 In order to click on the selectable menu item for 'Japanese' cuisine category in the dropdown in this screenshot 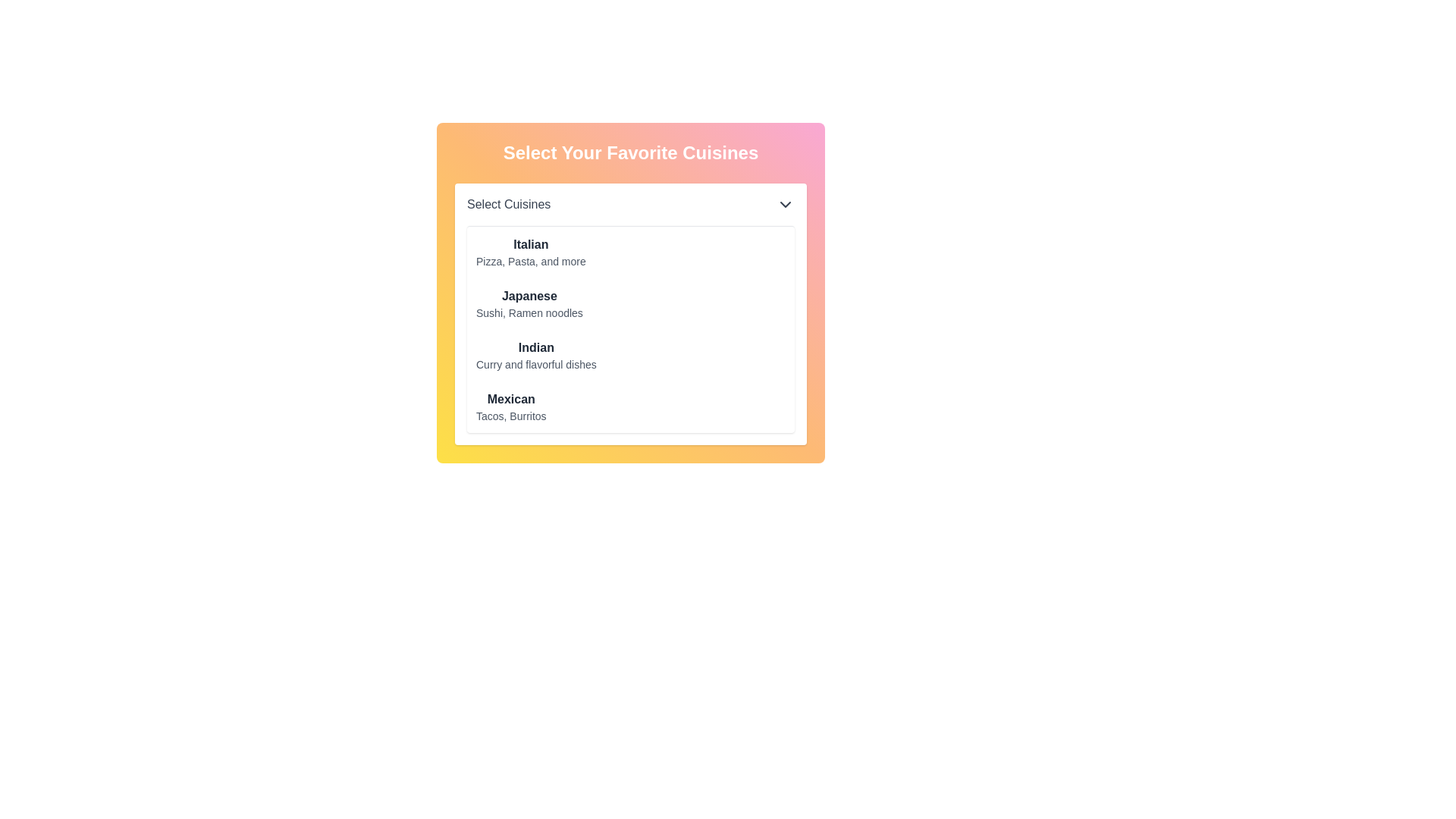, I will do `click(529, 304)`.